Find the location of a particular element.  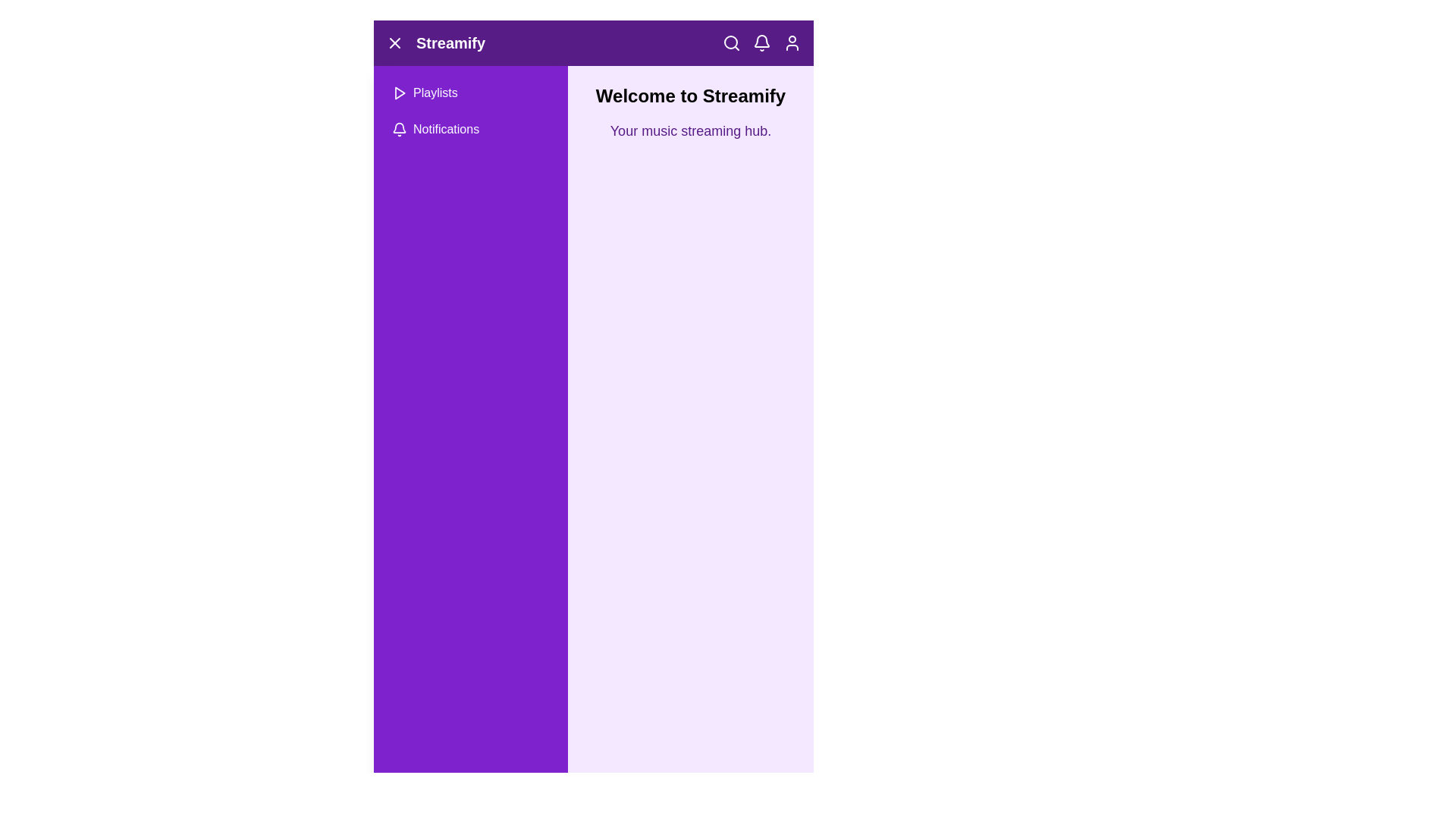

the play icon, which is a triangular shape pointing to the right, located in the navigation menu as the leftmost component in the 'Playlists' item row is located at coordinates (400, 93).